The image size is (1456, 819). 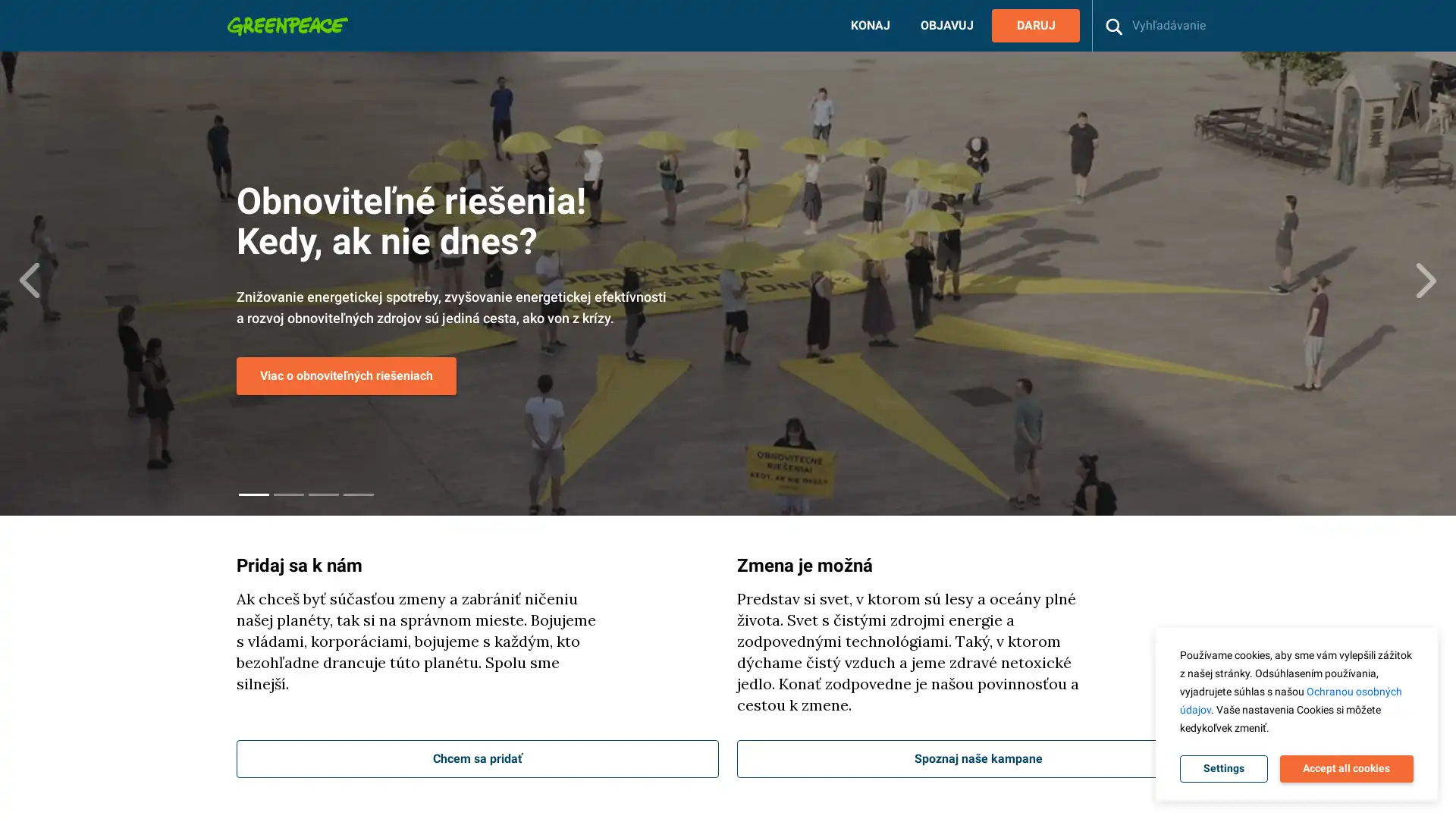 I want to click on Accept all cookies, so click(x=1346, y=769).